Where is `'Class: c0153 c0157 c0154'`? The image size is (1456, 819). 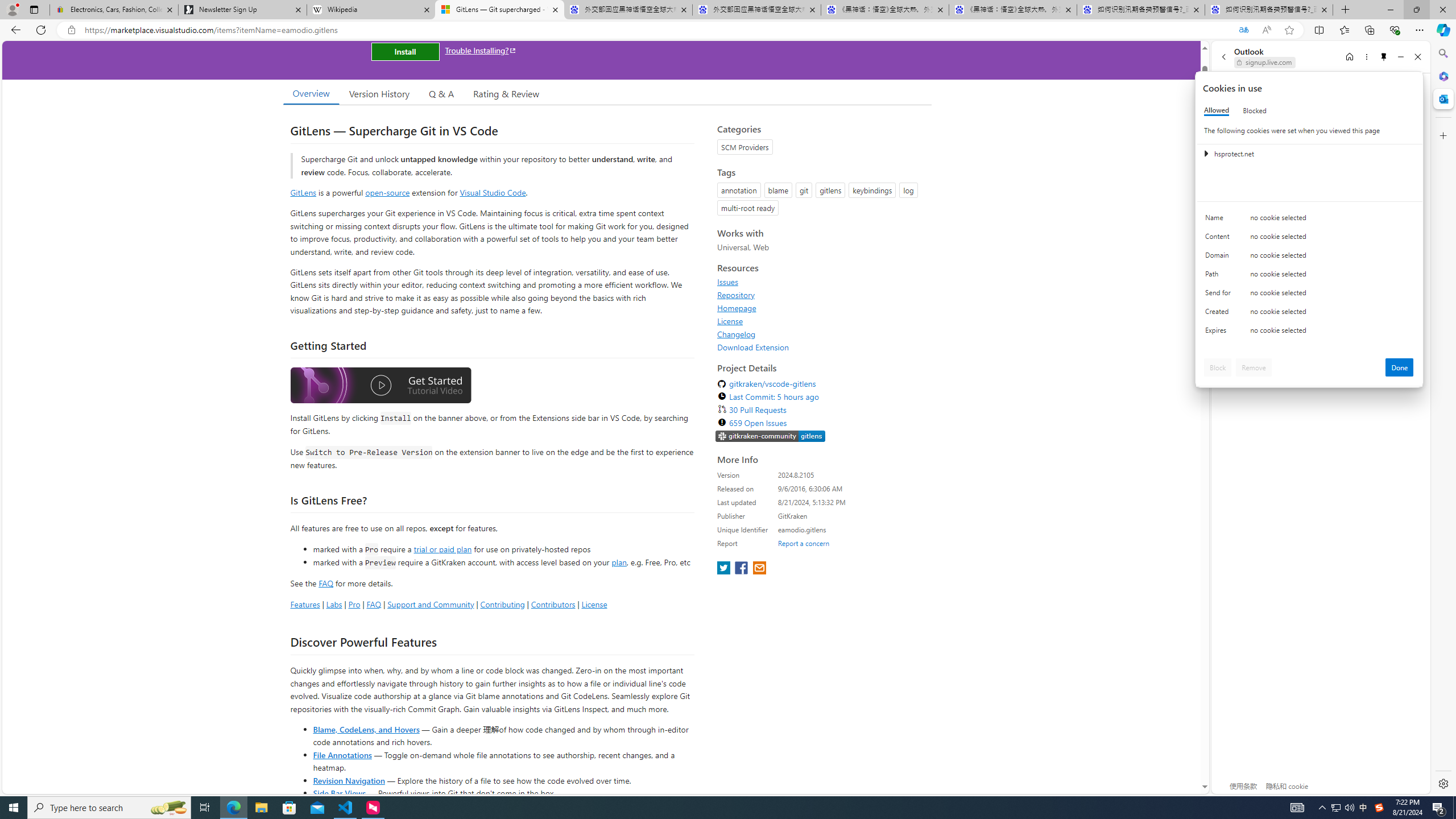 'Class: c0153 c0157 c0154' is located at coordinates (1309, 220).